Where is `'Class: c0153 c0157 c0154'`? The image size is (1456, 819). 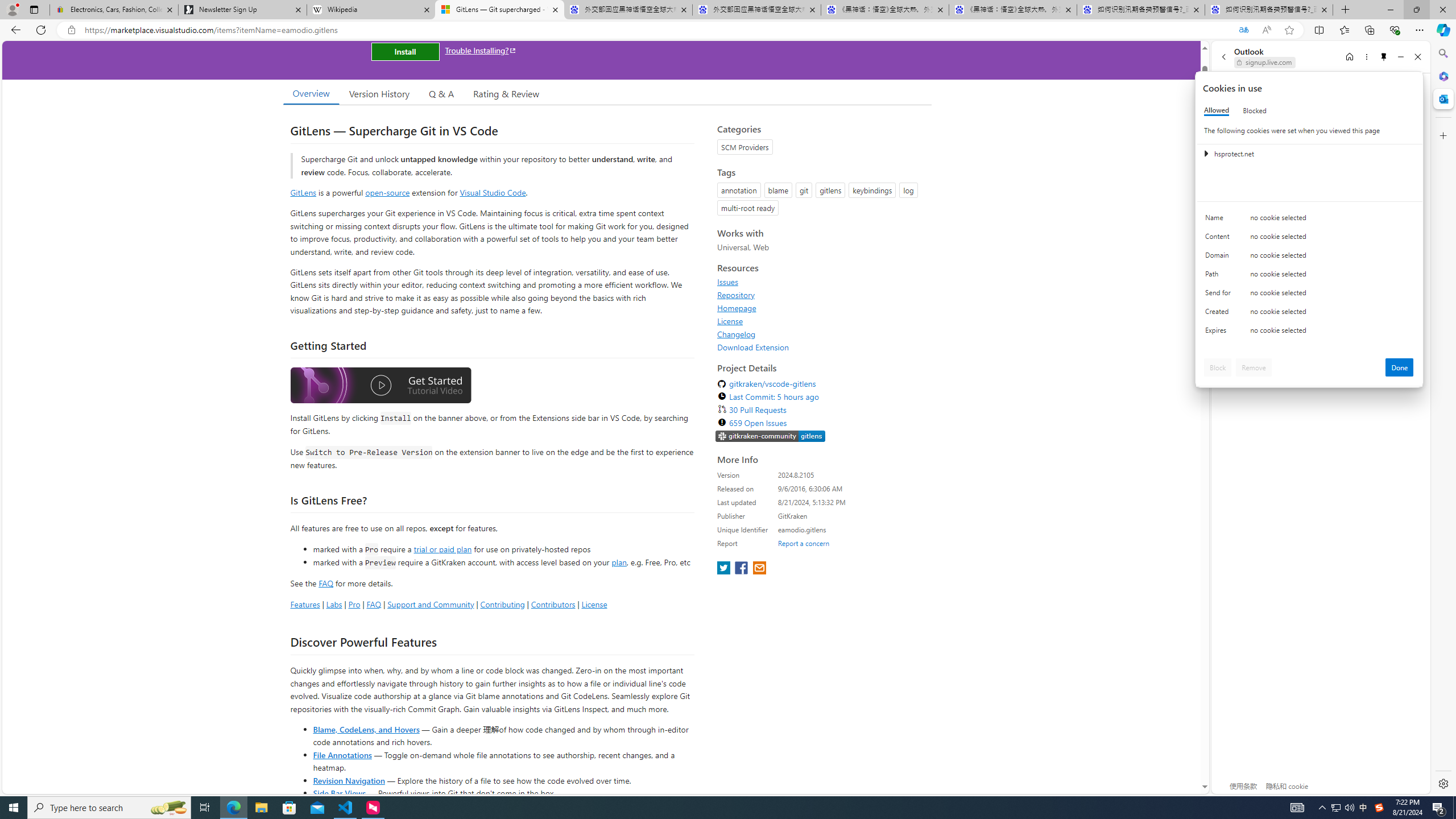 'Class: c0153 c0157 c0154' is located at coordinates (1309, 220).